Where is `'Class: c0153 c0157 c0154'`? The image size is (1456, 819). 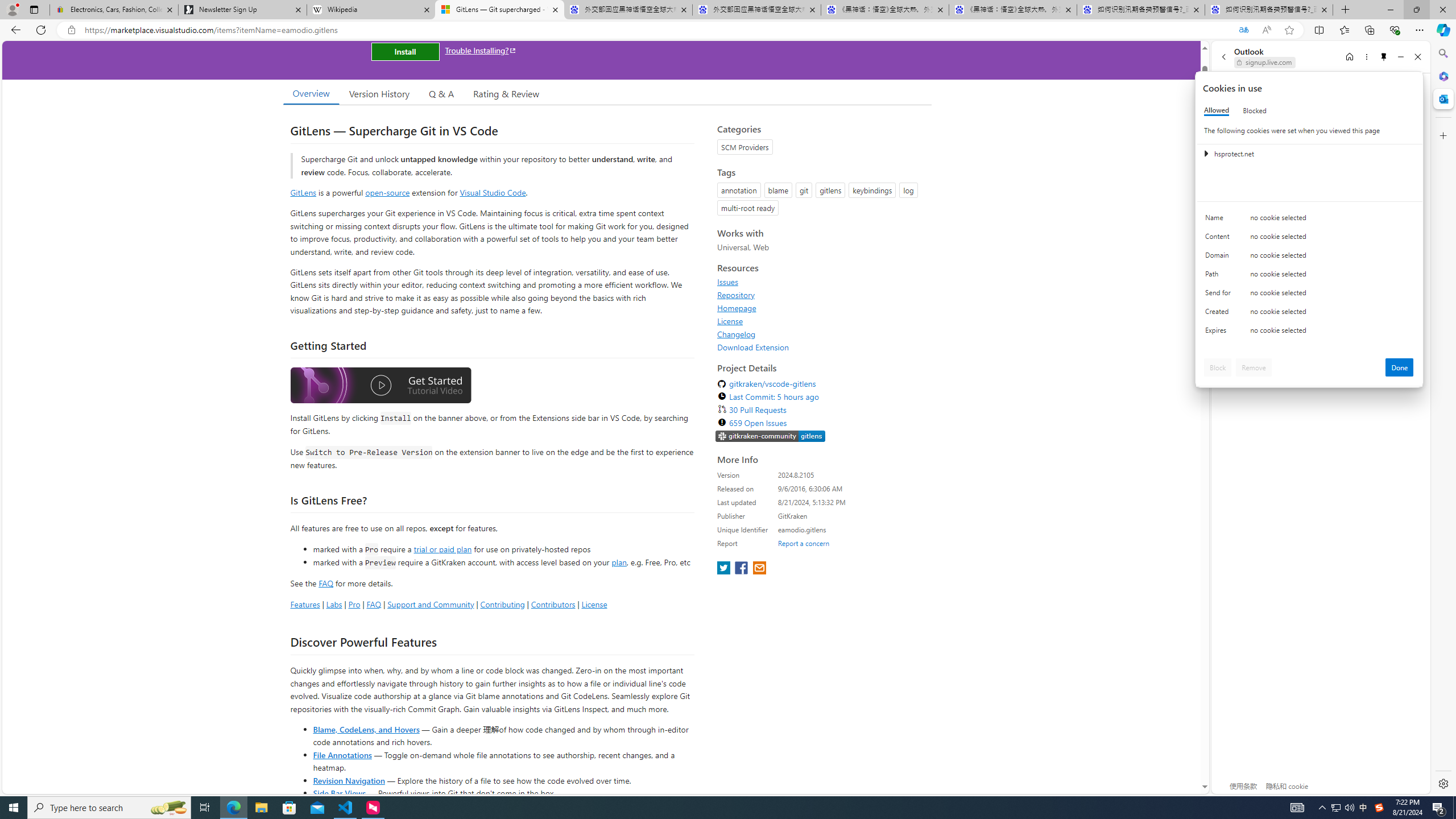 'Class: c0153 c0157 c0154' is located at coordinates (1309, 220).